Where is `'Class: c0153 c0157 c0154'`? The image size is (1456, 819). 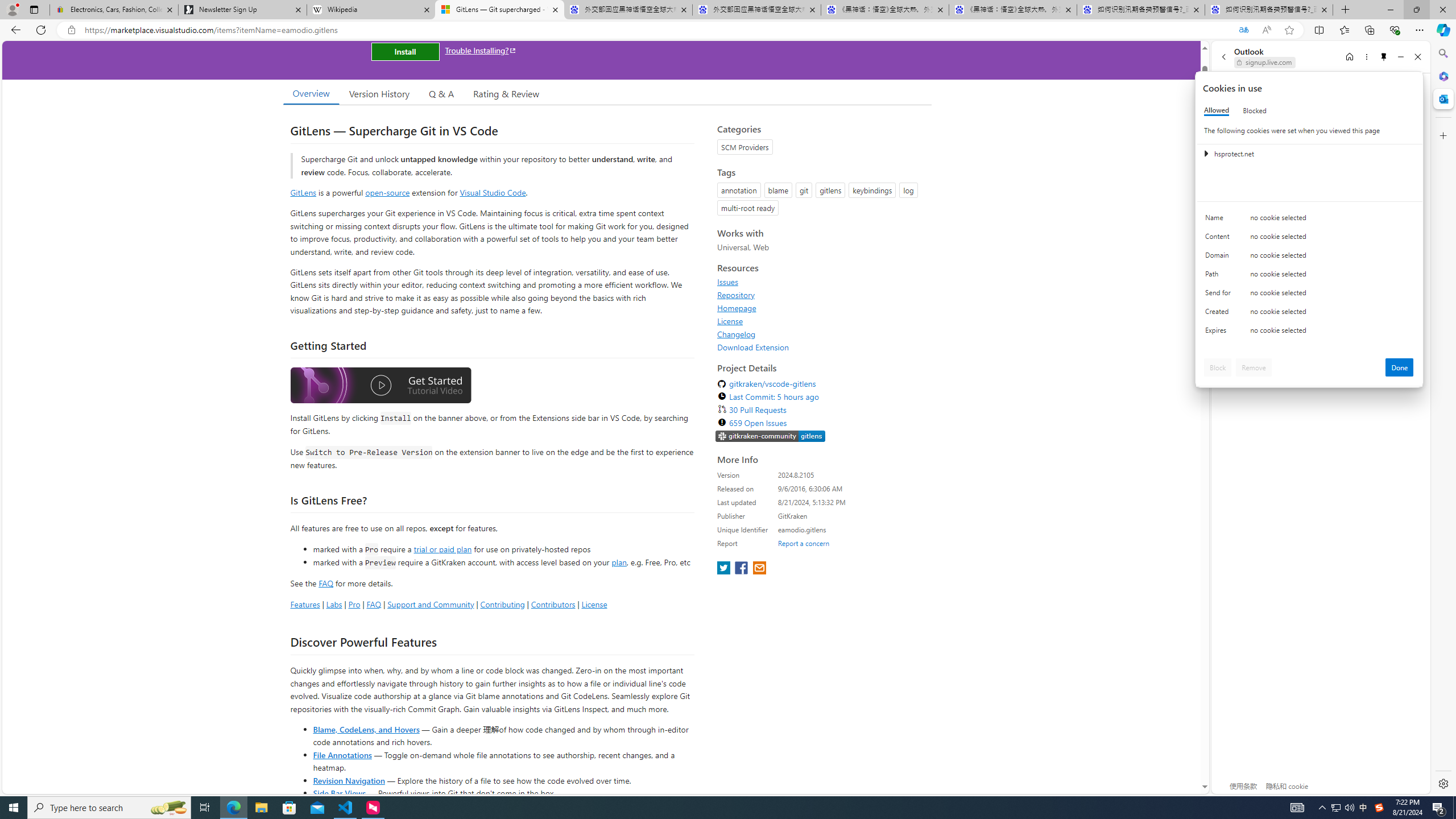 'Class: c0153 c0157 c0154' is located at coordinates (1309, 220).